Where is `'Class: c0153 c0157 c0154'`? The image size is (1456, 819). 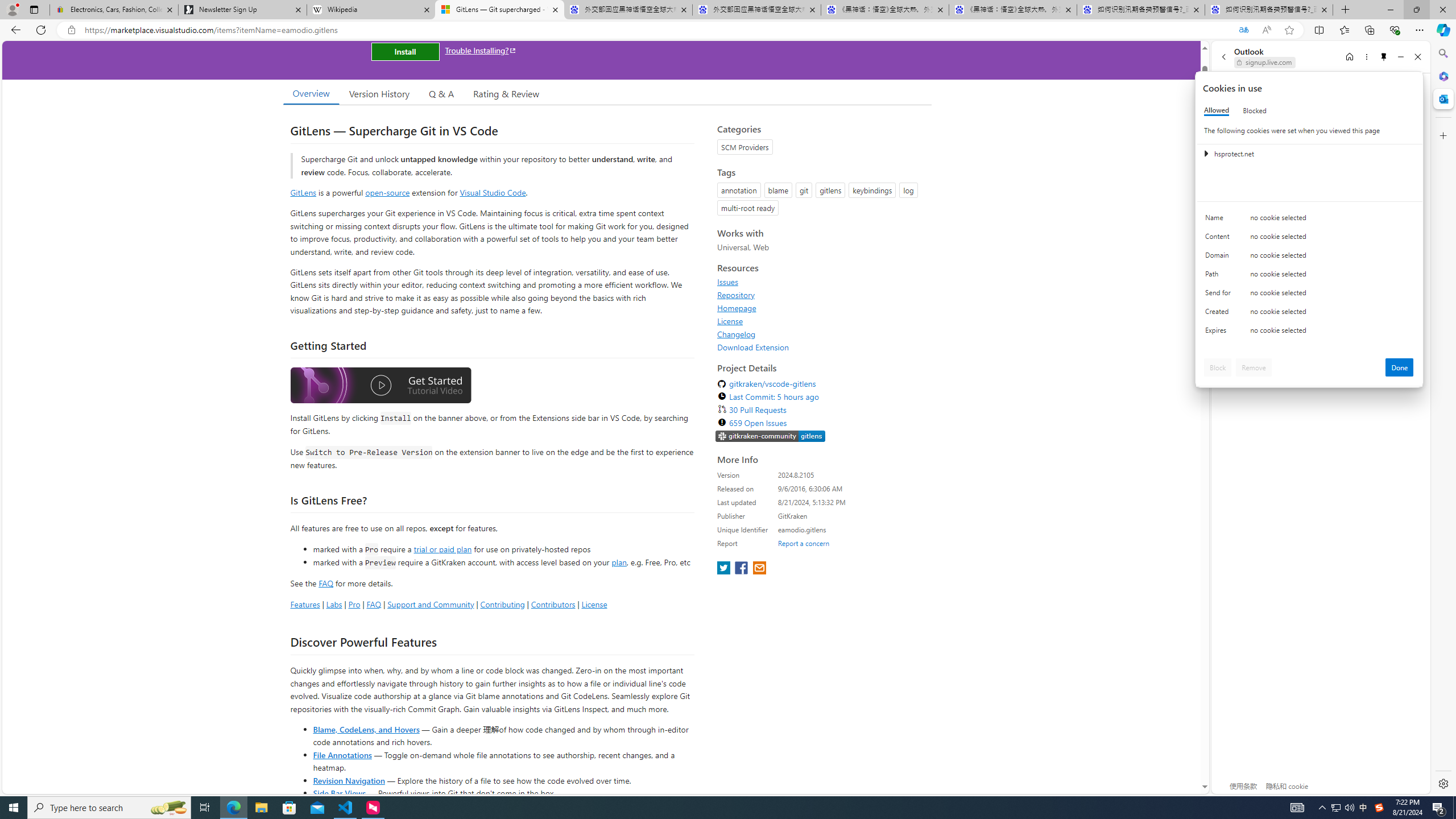 'Class: c0153 c0157 c0154' is located at coordinates (1309, 220).